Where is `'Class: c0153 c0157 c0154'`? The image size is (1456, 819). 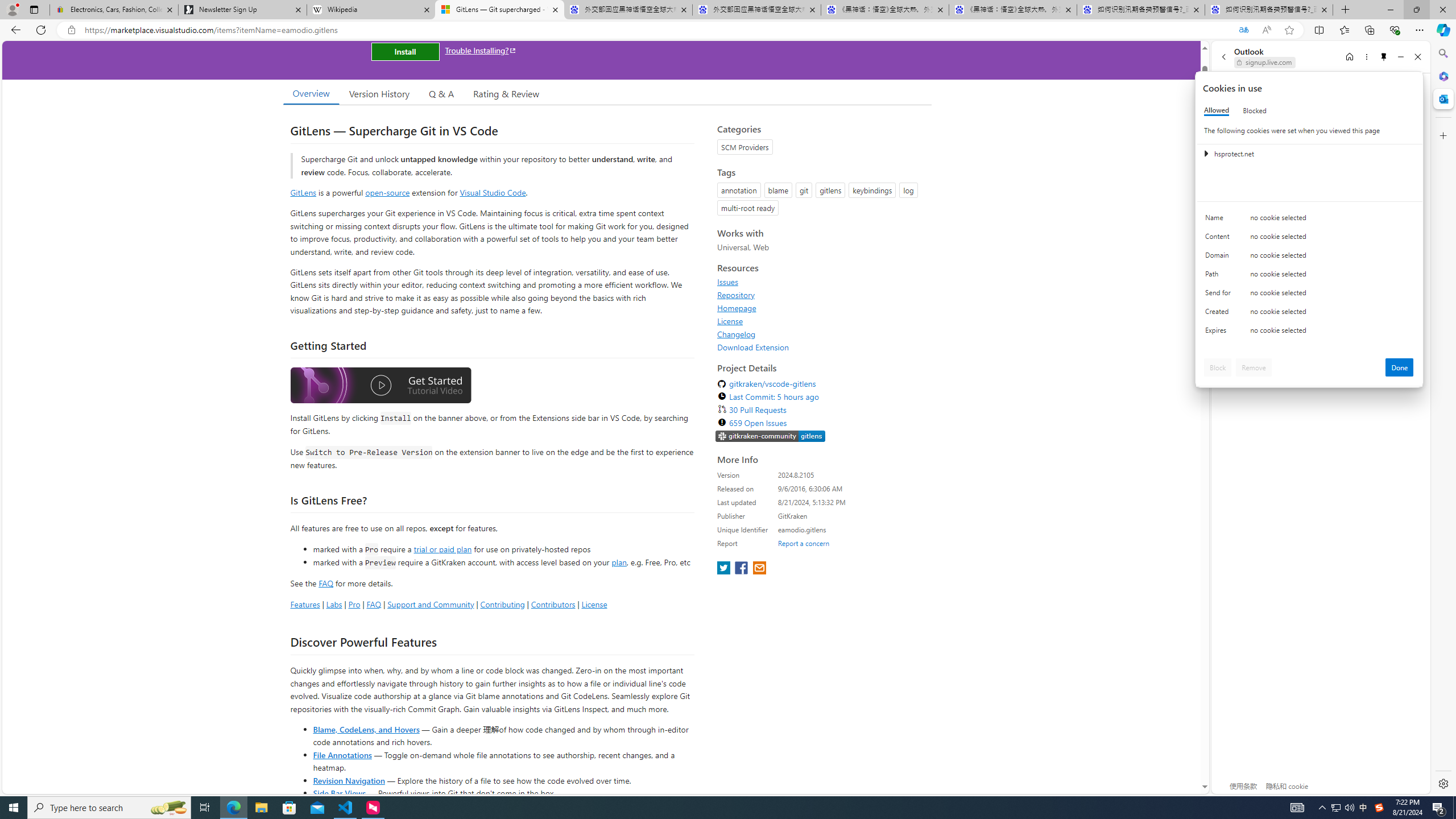 'Class: c0153 c0157 c0154' is located at coordinates (1309, 220).